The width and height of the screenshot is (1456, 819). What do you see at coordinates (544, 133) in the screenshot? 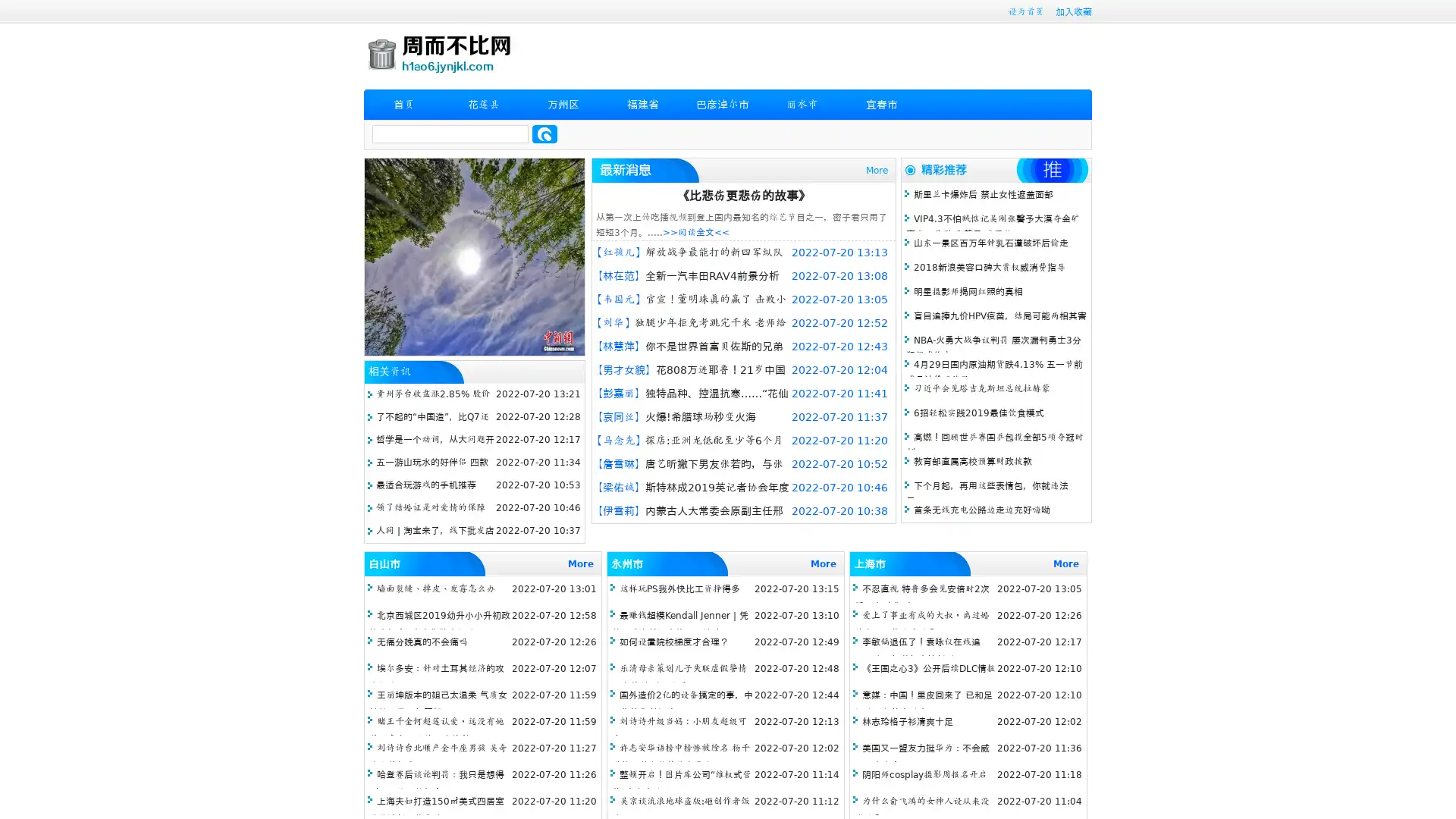
I see `Search` at bounding box center [544, 133].